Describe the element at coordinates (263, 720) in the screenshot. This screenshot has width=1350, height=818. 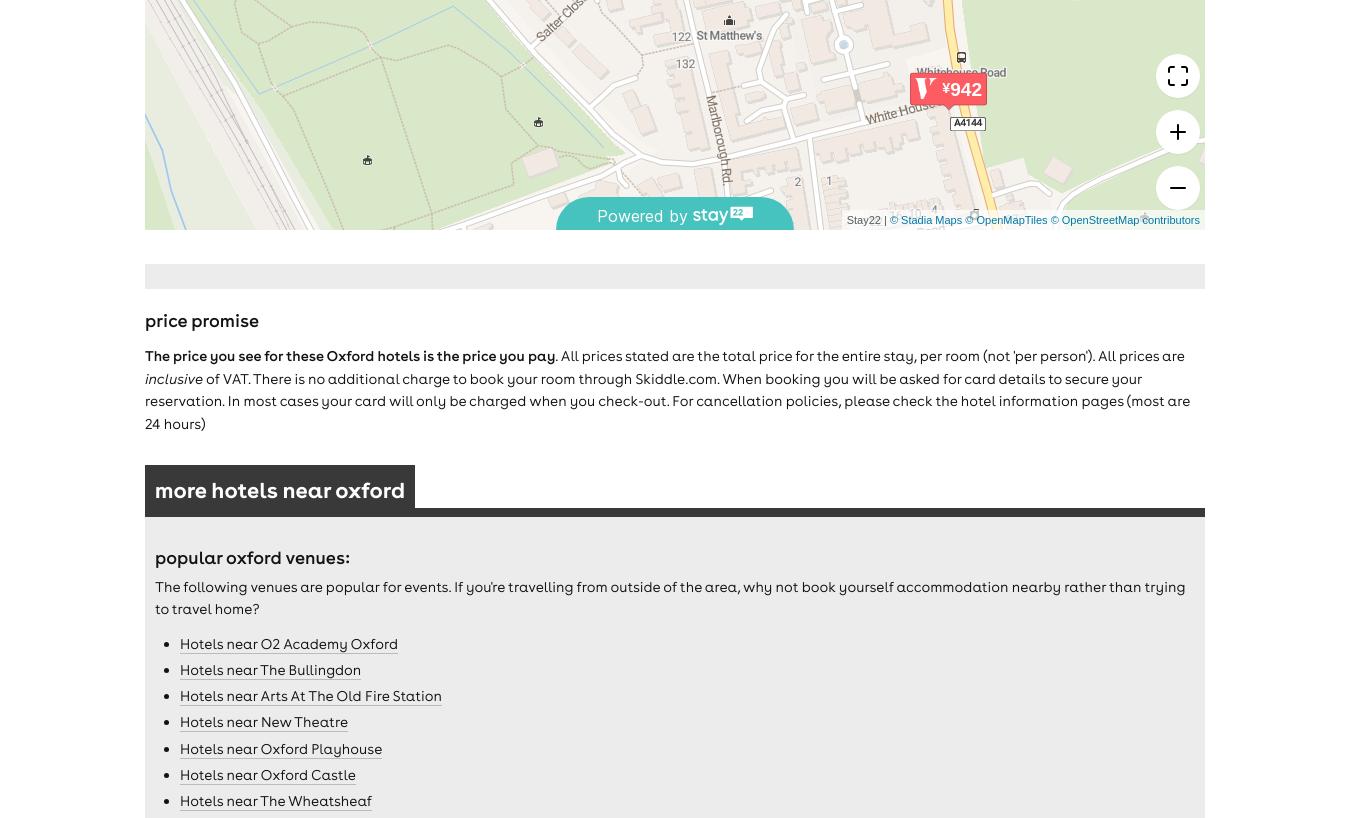
I see `'Hotels near New Theatre'` at that location.